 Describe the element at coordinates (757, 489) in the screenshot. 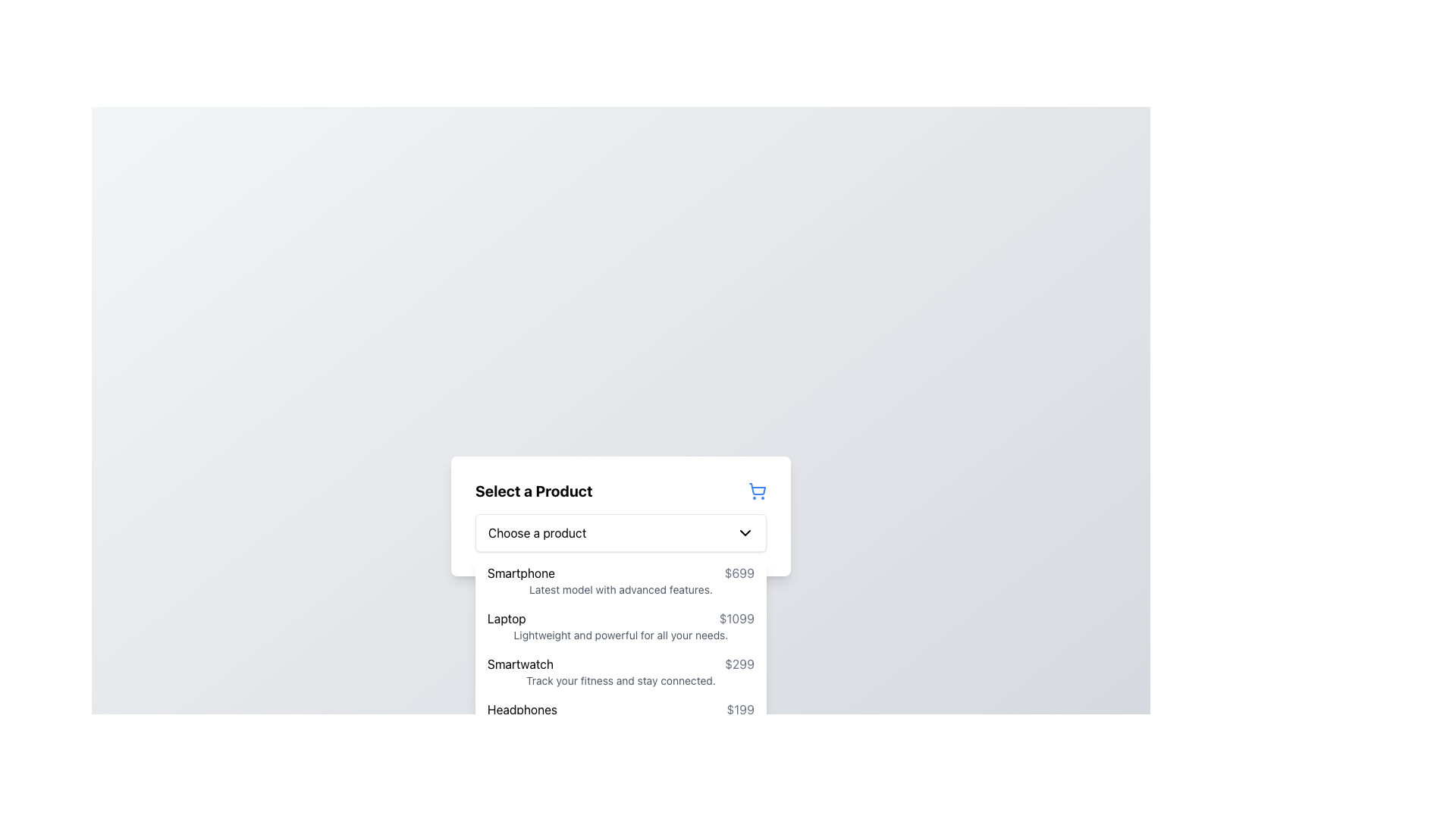

I see `the shopping cart icon, which is a blue SVG graphic located in the top-right corner of the 'Select a Product' UI component` at that location.